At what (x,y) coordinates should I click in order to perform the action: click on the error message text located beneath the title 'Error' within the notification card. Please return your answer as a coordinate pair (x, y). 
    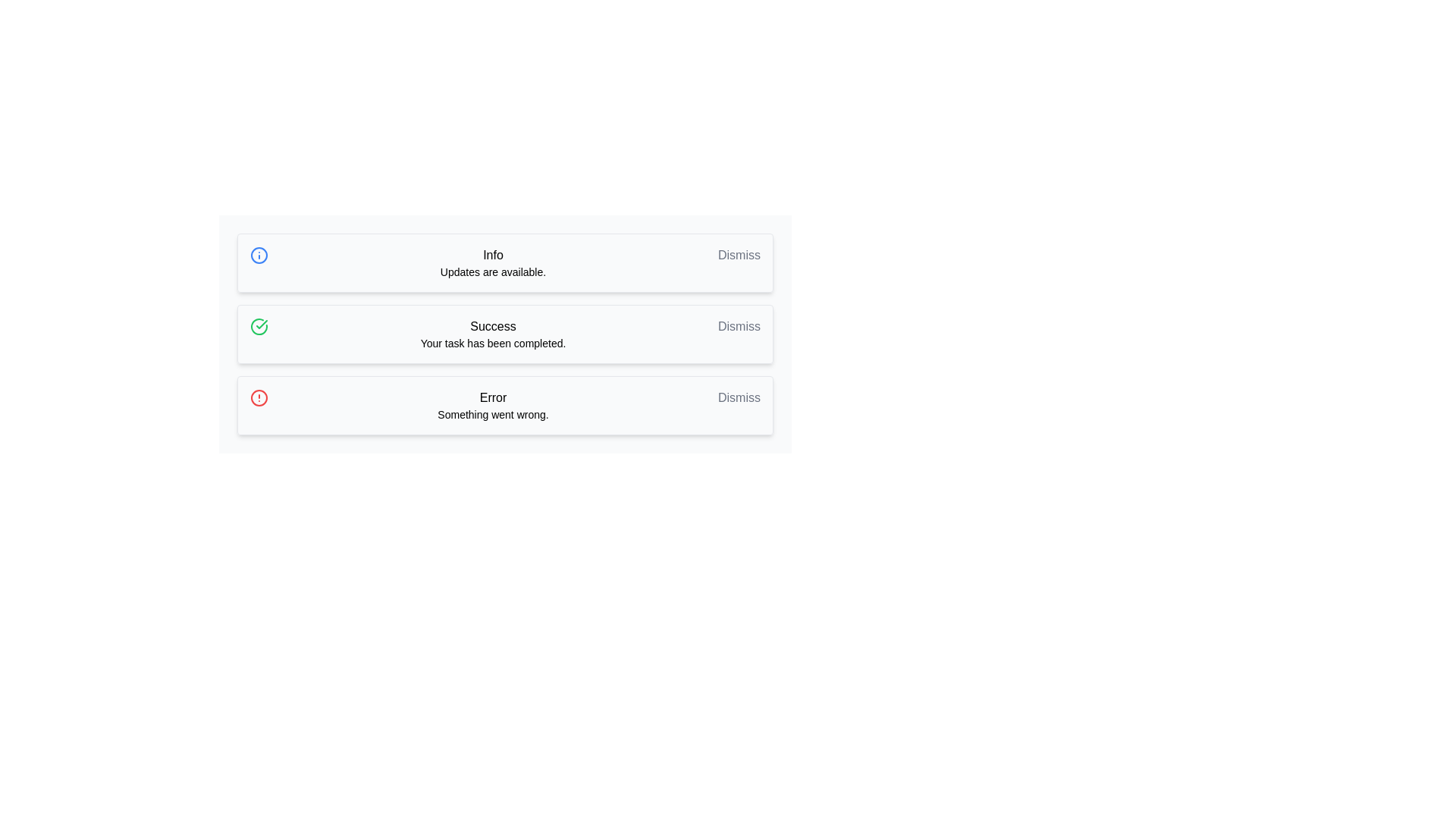
    Looking at the image, I should click on (493, 415).